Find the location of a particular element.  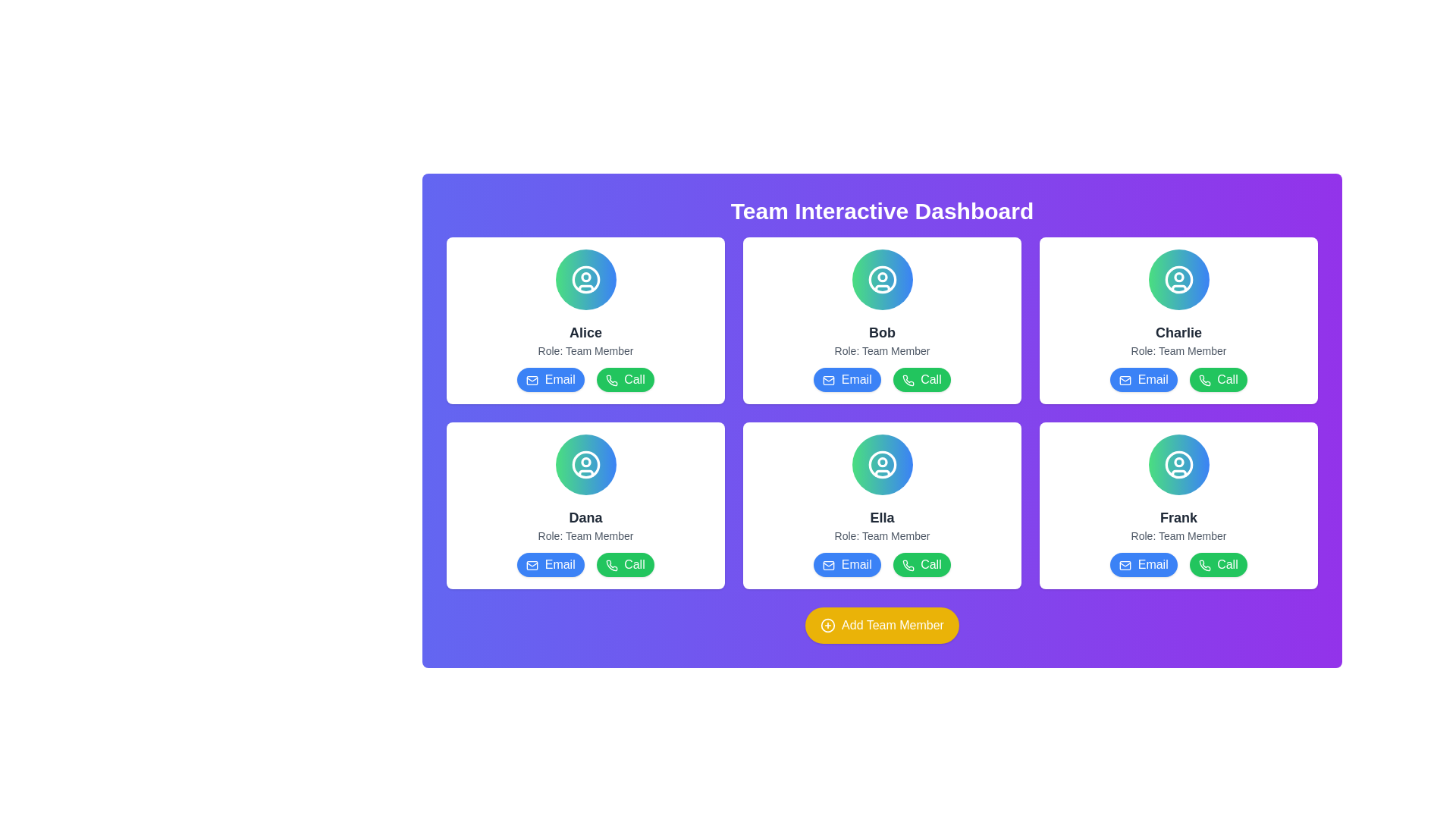

the 'Call' button in the segmented button group for 'Charlie' to initiate a call is located at coordinates (1178, 379).